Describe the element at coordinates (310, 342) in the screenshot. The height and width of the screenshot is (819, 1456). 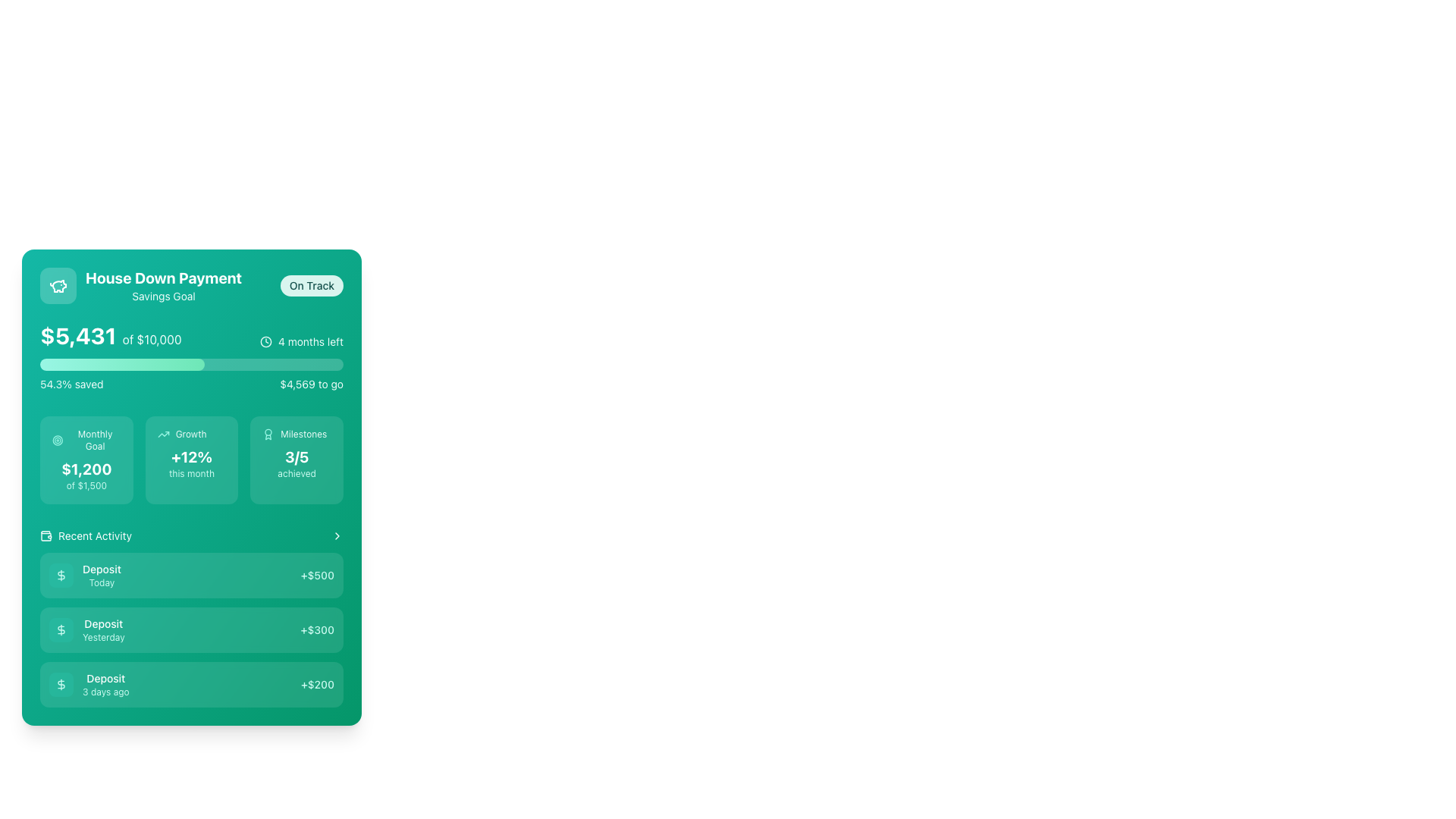
I see `the text label that informs the user about the remaining time left for a specific goal, which is visually grouped with a clock icon to its immediate left` at that location.